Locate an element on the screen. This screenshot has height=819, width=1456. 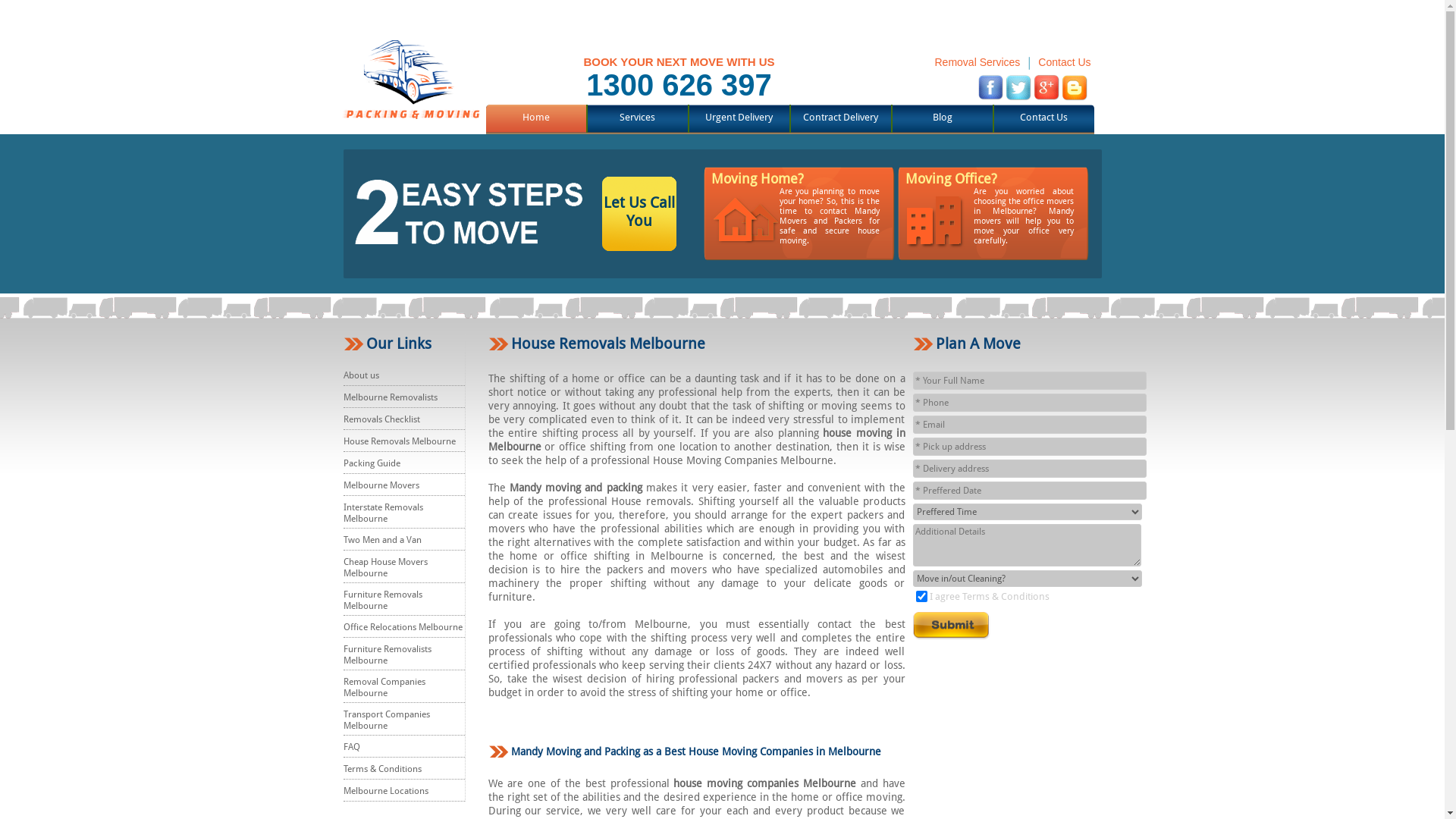
'Interstate Removals Melbourne' is located at coordinates (382, 512).